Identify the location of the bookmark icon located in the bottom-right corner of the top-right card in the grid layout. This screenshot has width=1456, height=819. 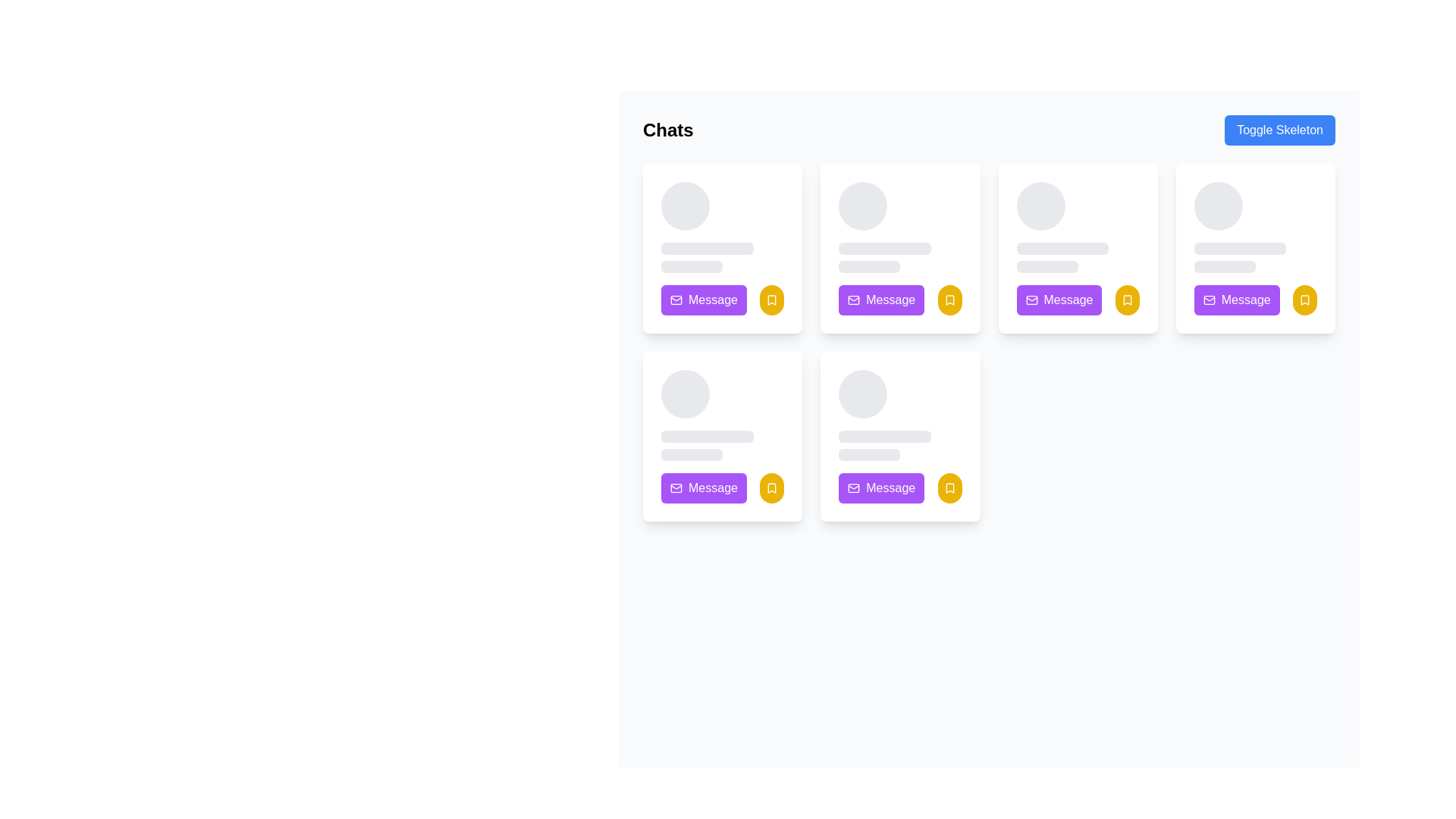
(1304, 300).